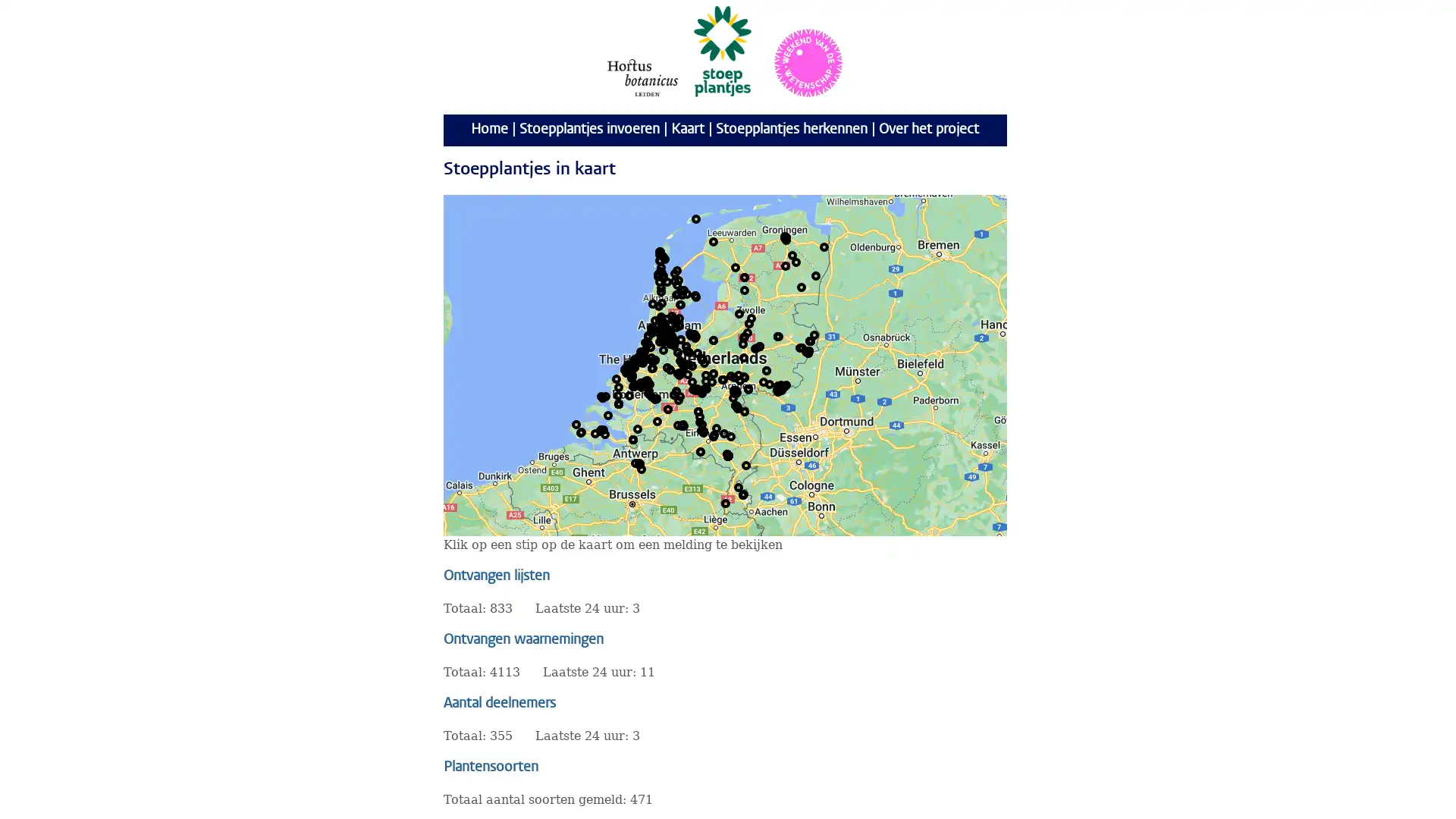 The height and width of the screenshot is (819, 1456). Describe the element at coordinates (642, 359) in the screenshot. I see `Telling van Anneloes op 22 juni 2022` at that location.